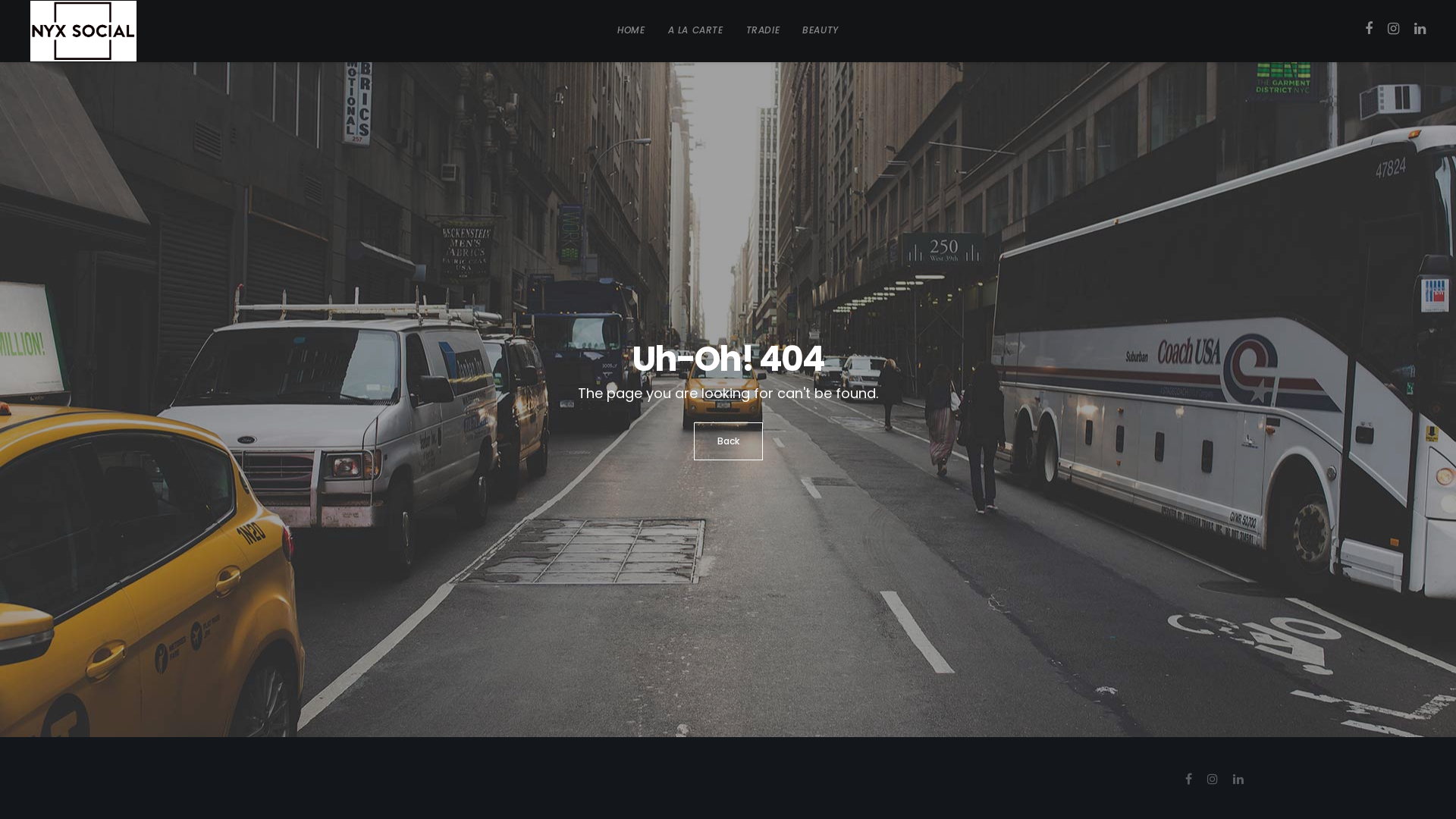  Describe the element at coordinates (819, 30) in the screenshot. I see `'BEAUTY'` at that location.